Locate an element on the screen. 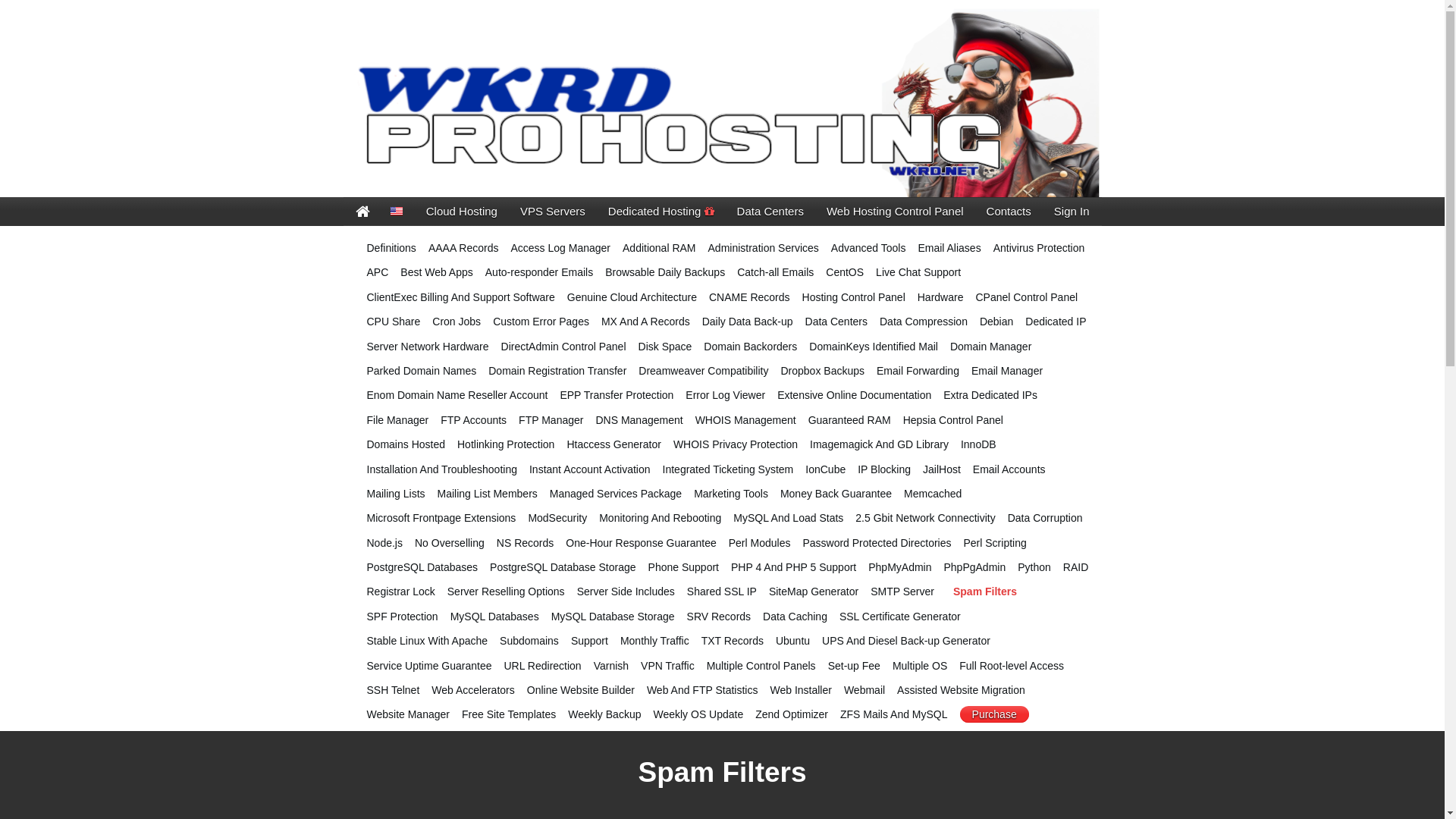  'Mailing Lists' is located at coordinates (396, 494).